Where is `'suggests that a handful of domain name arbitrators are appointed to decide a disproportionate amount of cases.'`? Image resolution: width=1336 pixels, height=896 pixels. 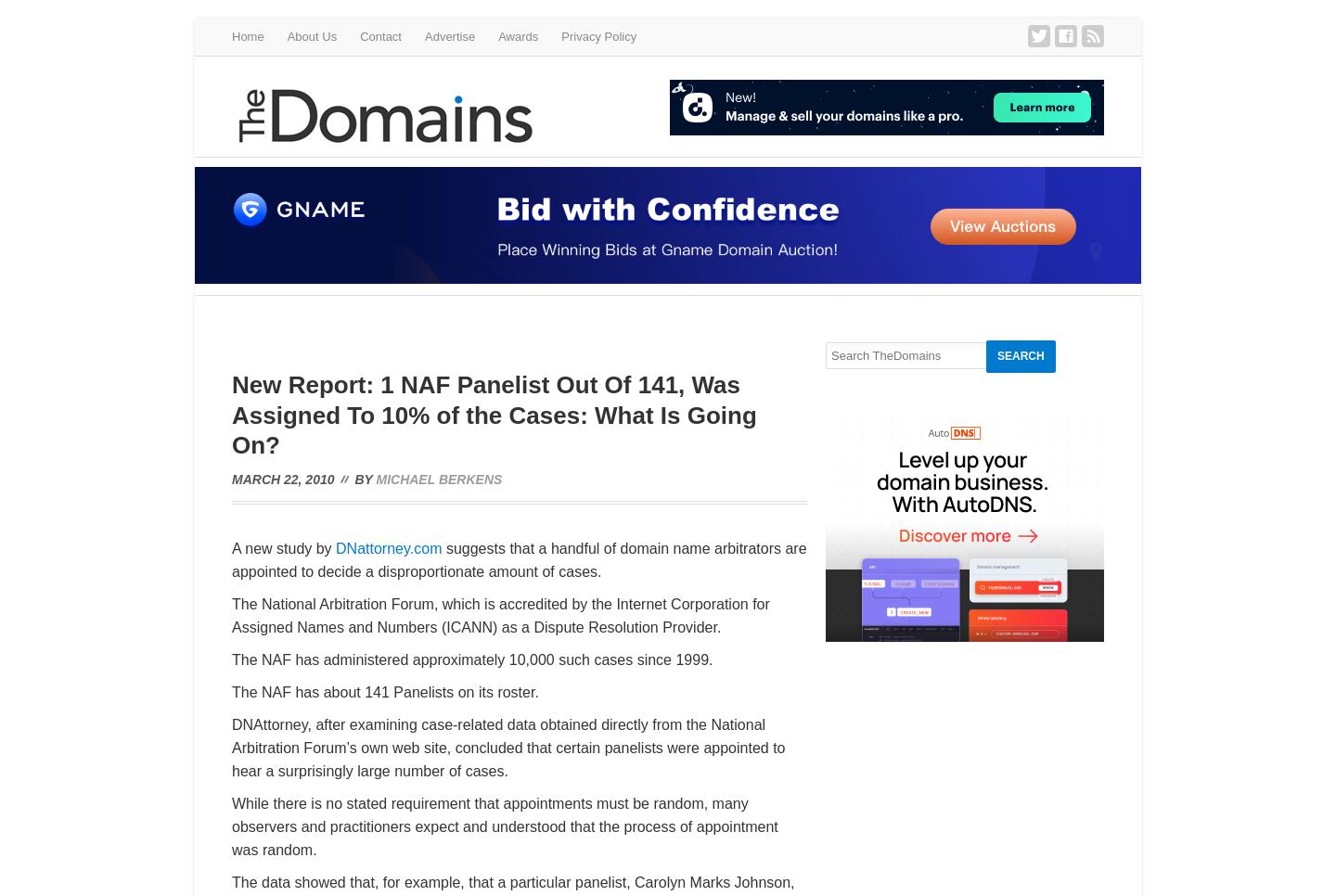 'suggests that a handful of domain name arbitrators are appointed to decide a disproportionate amount of cases.' is located at coordinates (230, 560).